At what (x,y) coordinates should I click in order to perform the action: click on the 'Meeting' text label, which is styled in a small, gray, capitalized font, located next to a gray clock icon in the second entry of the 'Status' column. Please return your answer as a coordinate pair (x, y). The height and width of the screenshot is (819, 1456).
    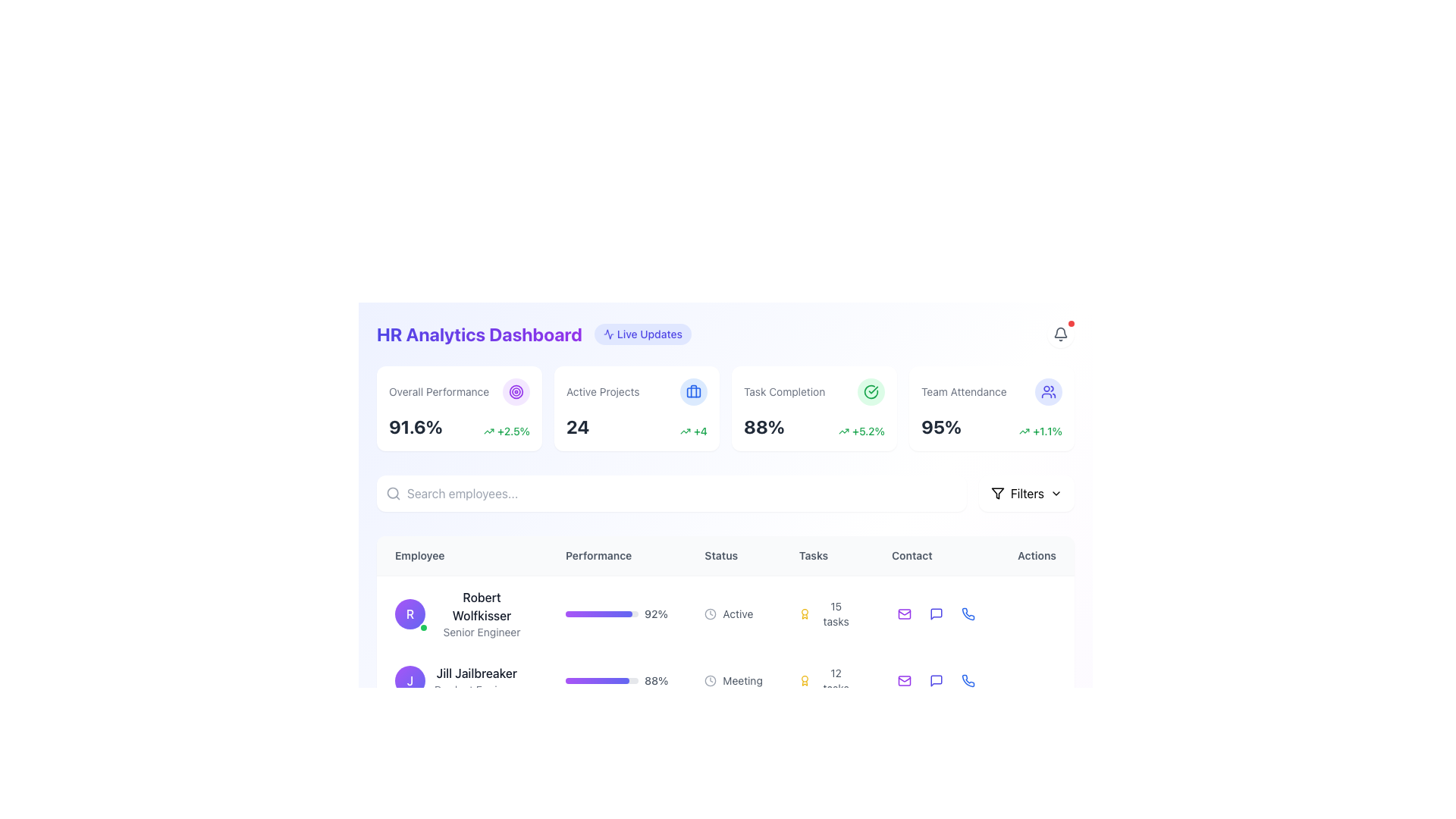
    Looking at the image, I should click on (742, 680).